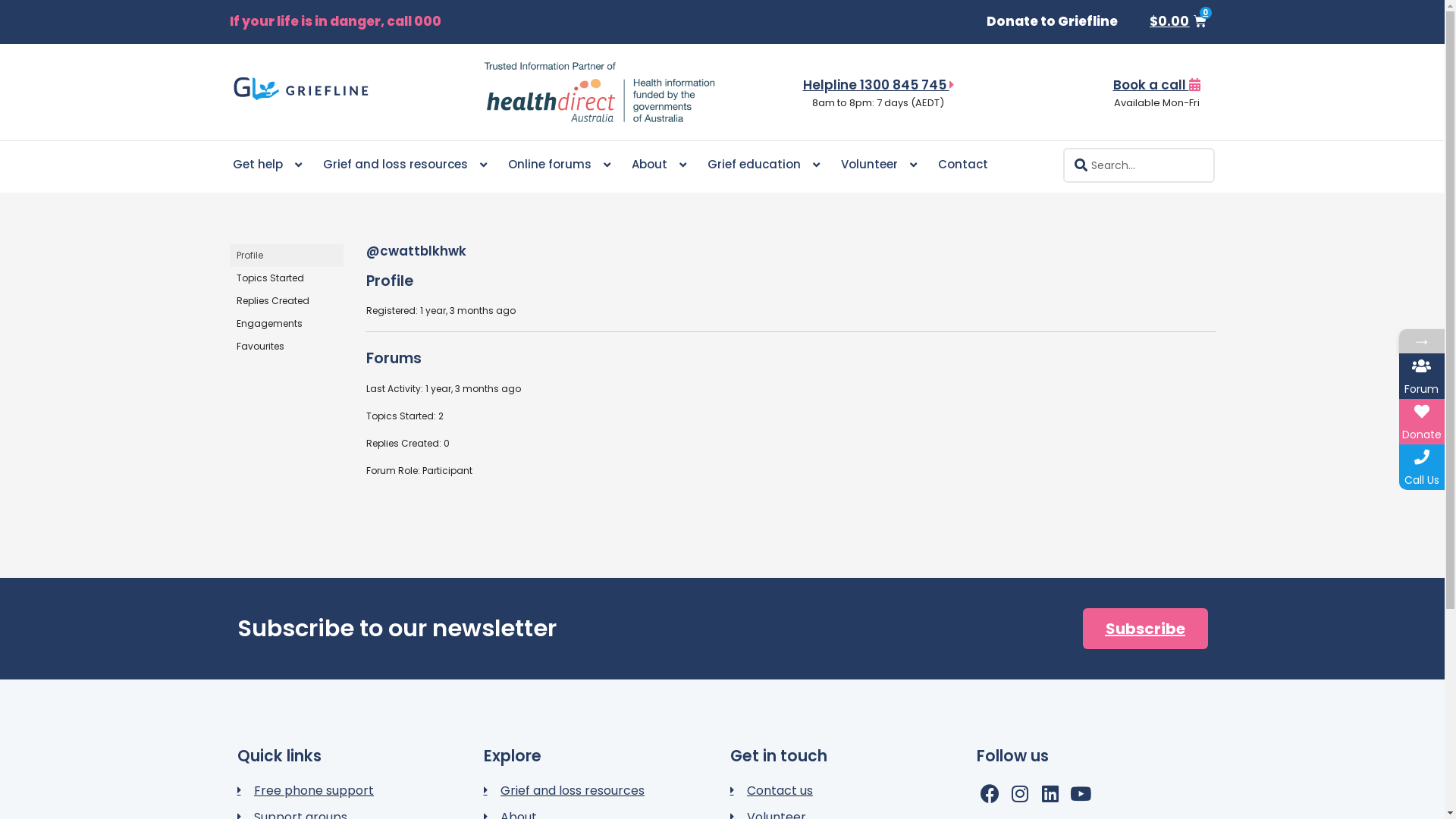 The image size is (1456, 819). What do you see at coordinates (877, 165) in the screenshot?
I see `'Volunteer'` at bounding box center [877, 165].